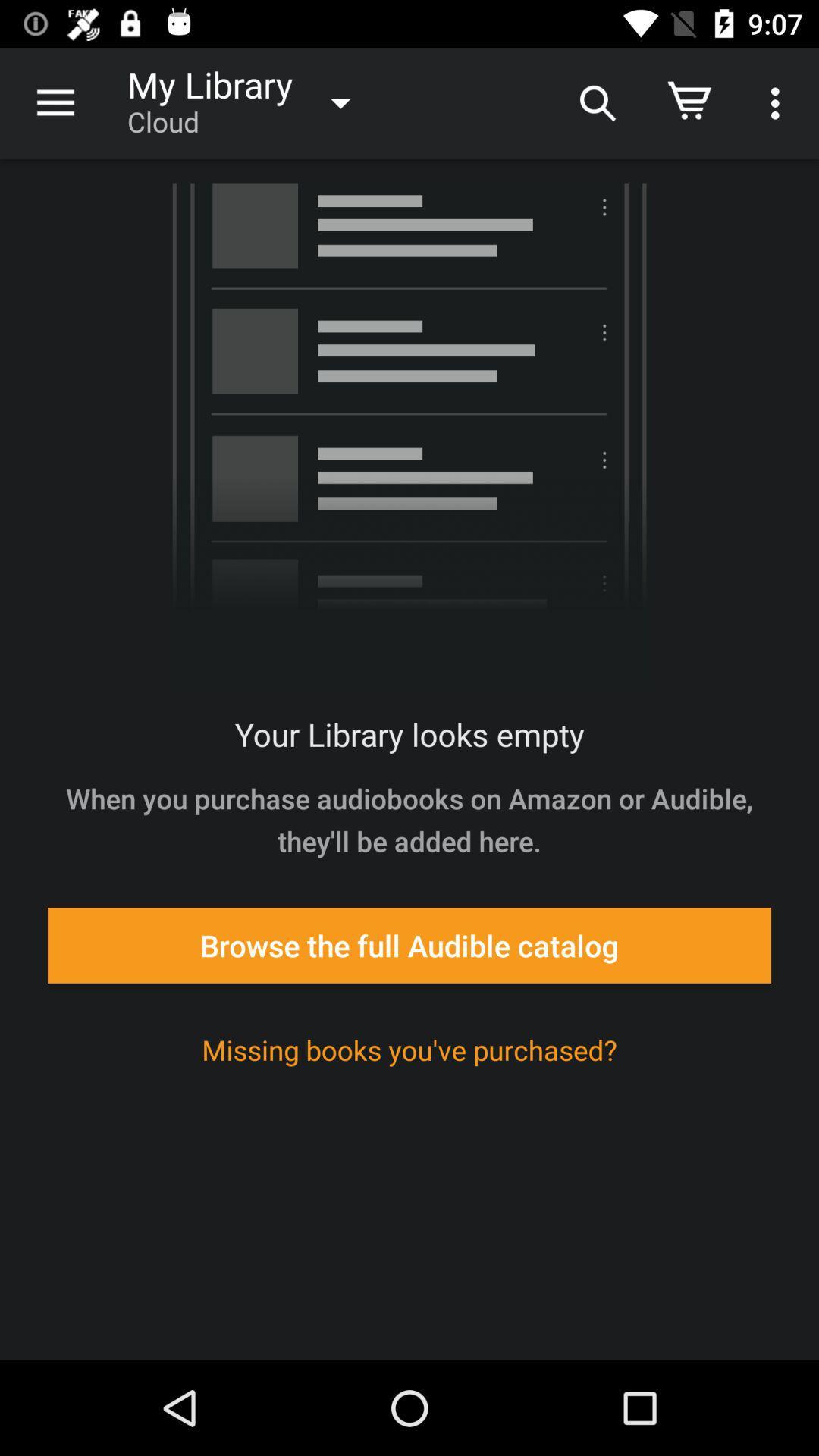  I want to click on item above missing books you item, so click(409, 944).